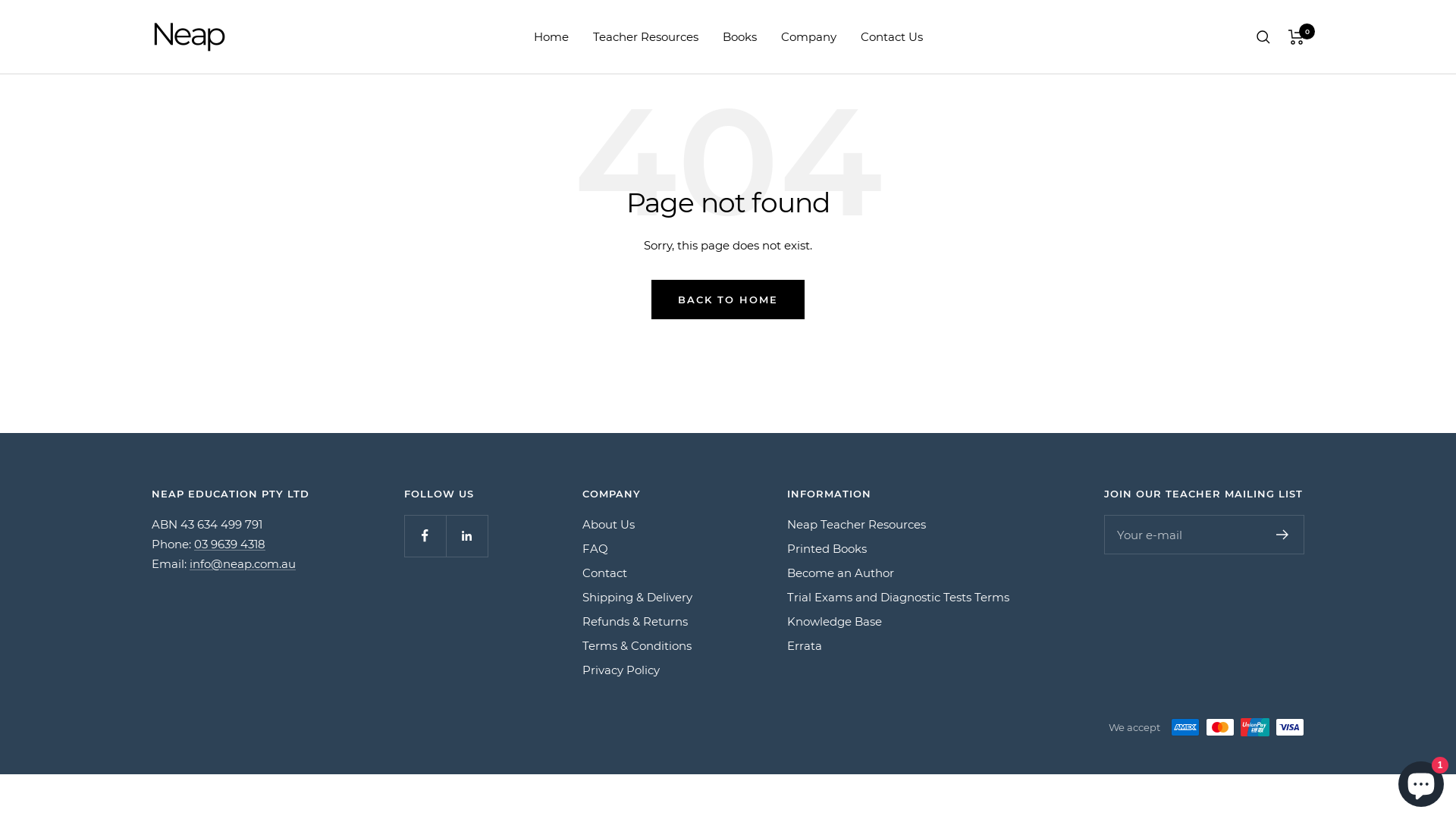 Image resolution: width=1456 pixels, height=819 pixels. Describe the element at coordinates (1295, 35) in the screenshot. I see `'0'` at that location.